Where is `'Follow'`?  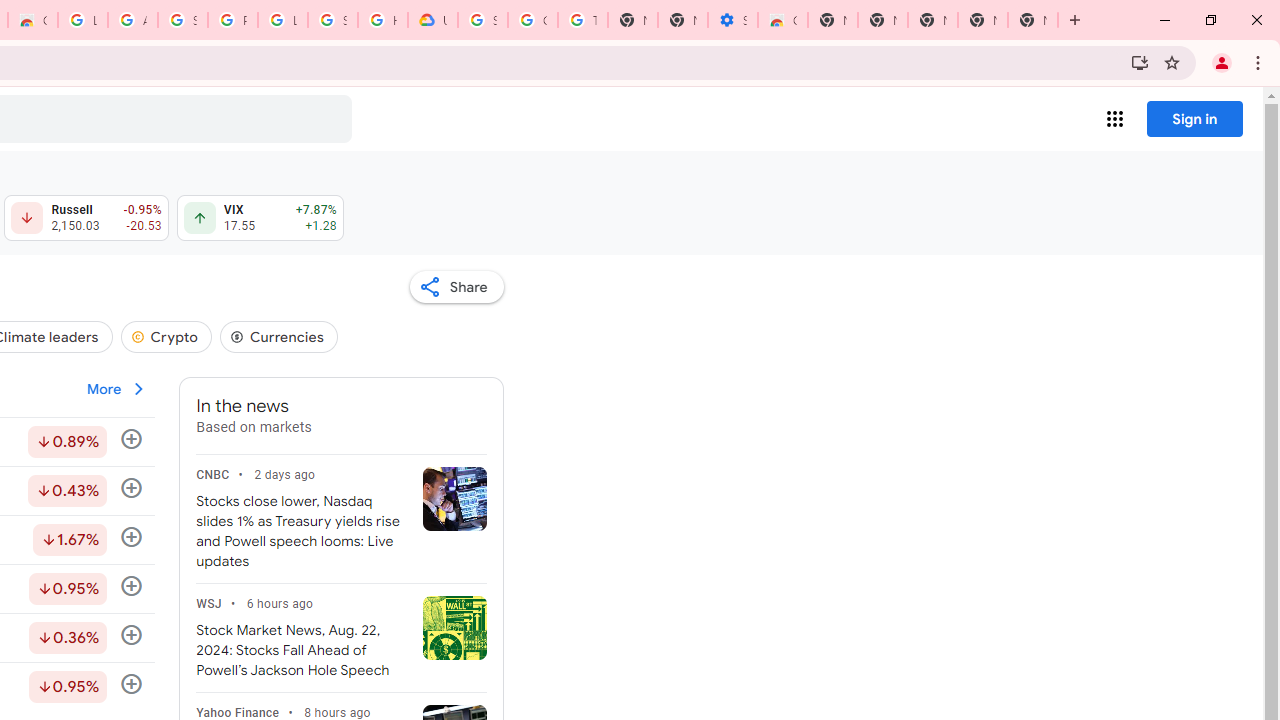
'Follow' is located at coordinates (130, 684).